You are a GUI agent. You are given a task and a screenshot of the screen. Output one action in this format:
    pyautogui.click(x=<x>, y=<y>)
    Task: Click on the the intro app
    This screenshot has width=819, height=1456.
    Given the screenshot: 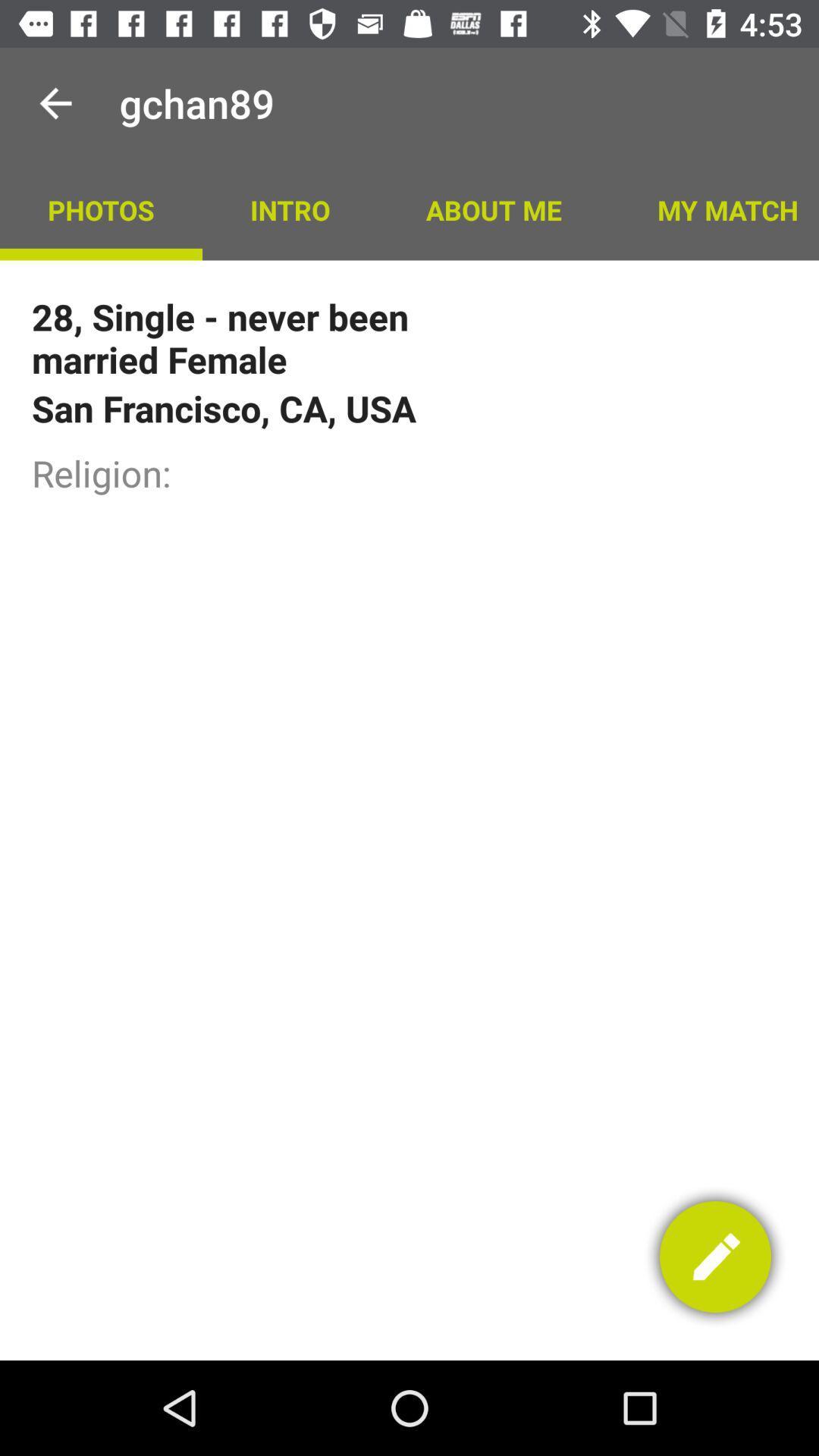 What is the action you would take?
    pyautogui.click(x=290, y=209)
    